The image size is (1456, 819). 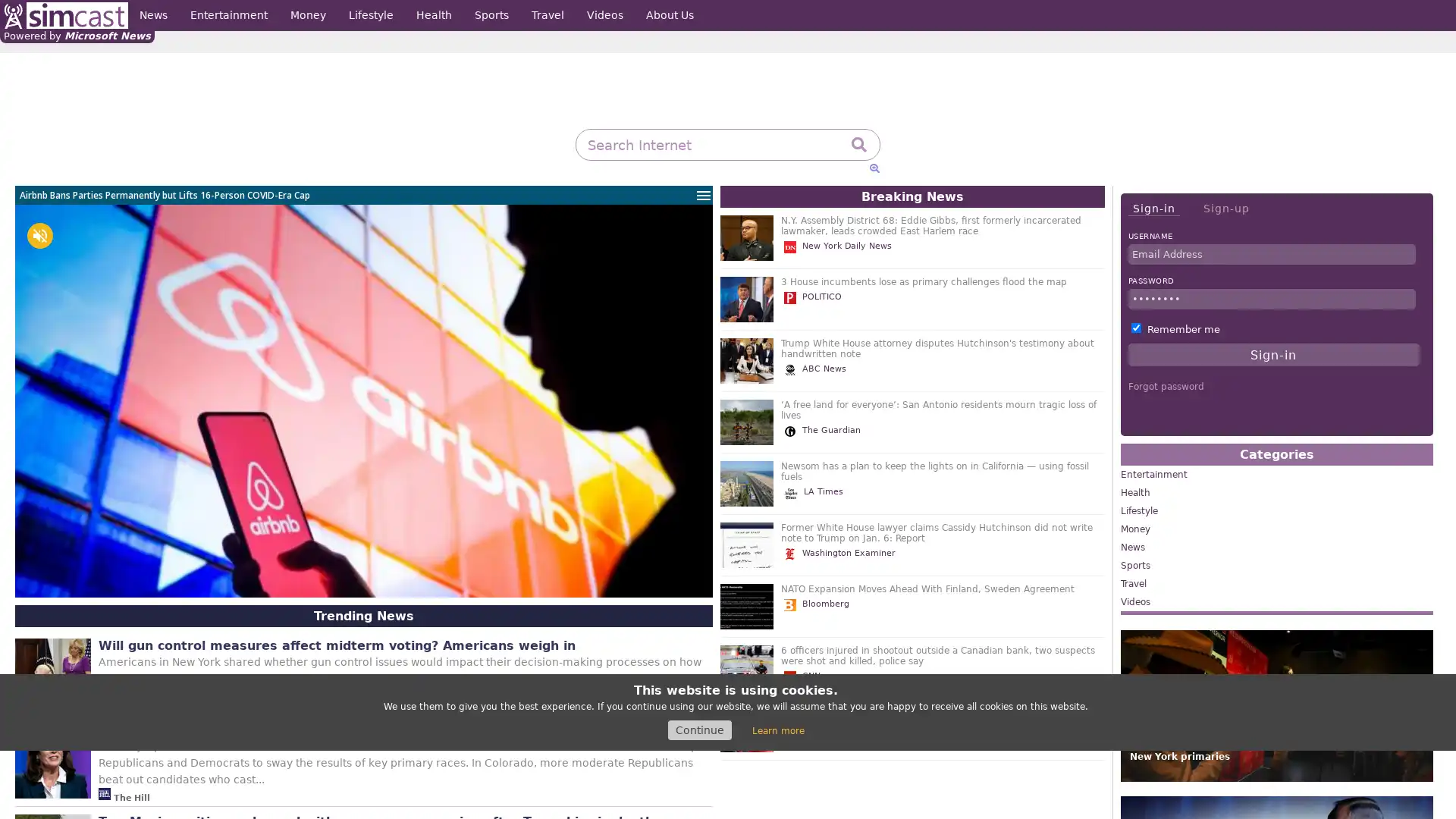 I want to click on volume_offvolume_up, so click(x=39, y=236).